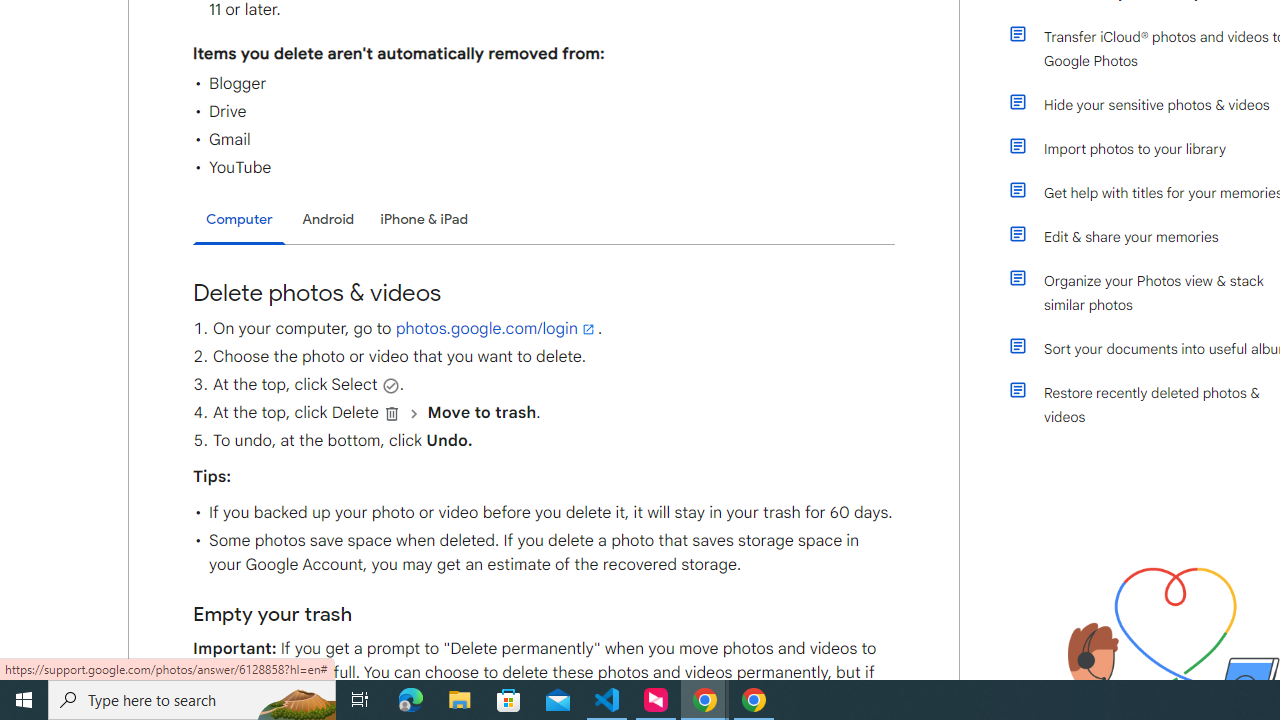  I want to click on 'photos.google.com/login', so click(496, 328).